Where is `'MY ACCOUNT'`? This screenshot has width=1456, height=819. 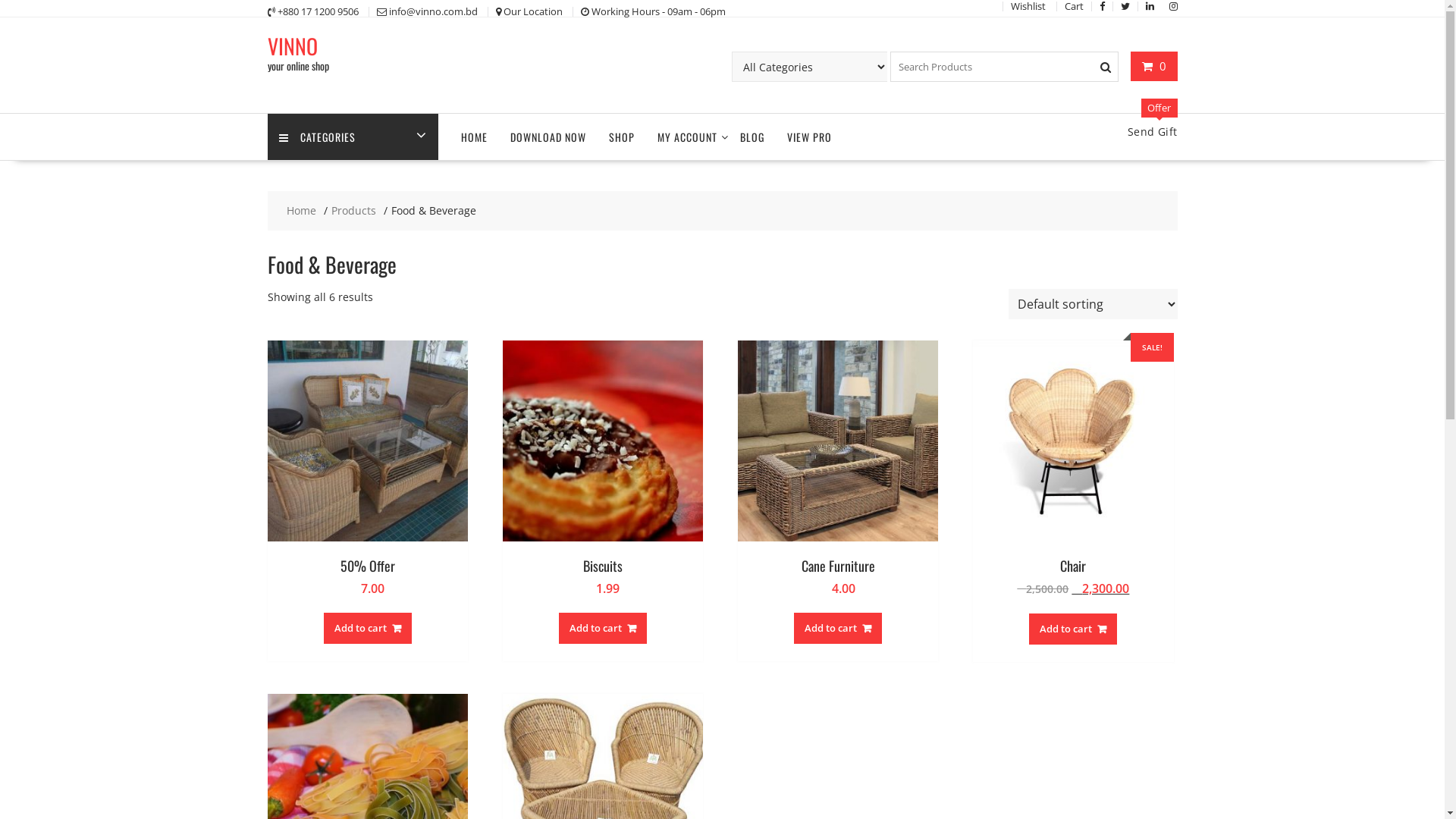 'MY ACCOUNT' is located at coordinates (686, 136).